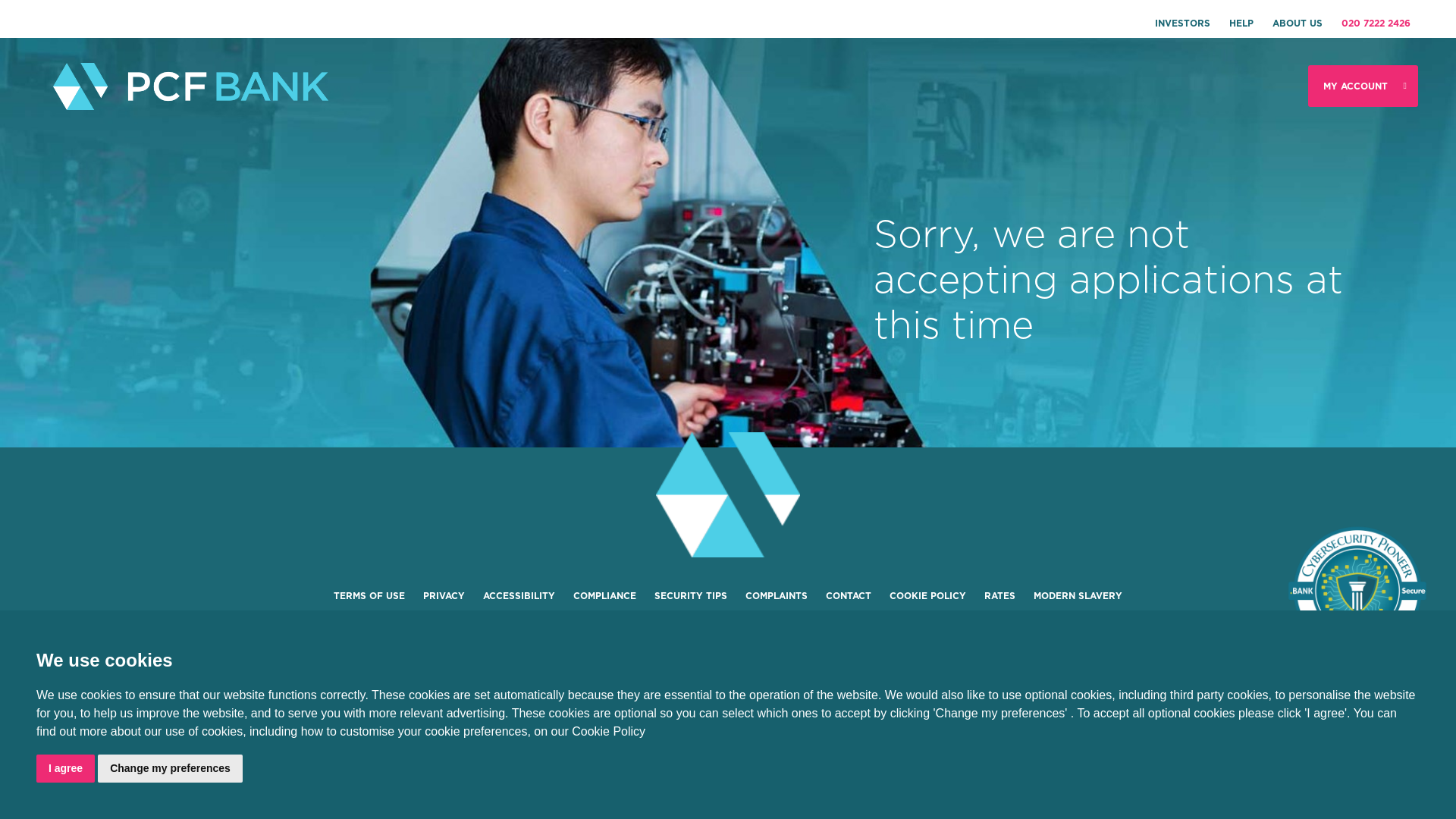  I want to click on 'INVESTORS', so click(1181, 24).